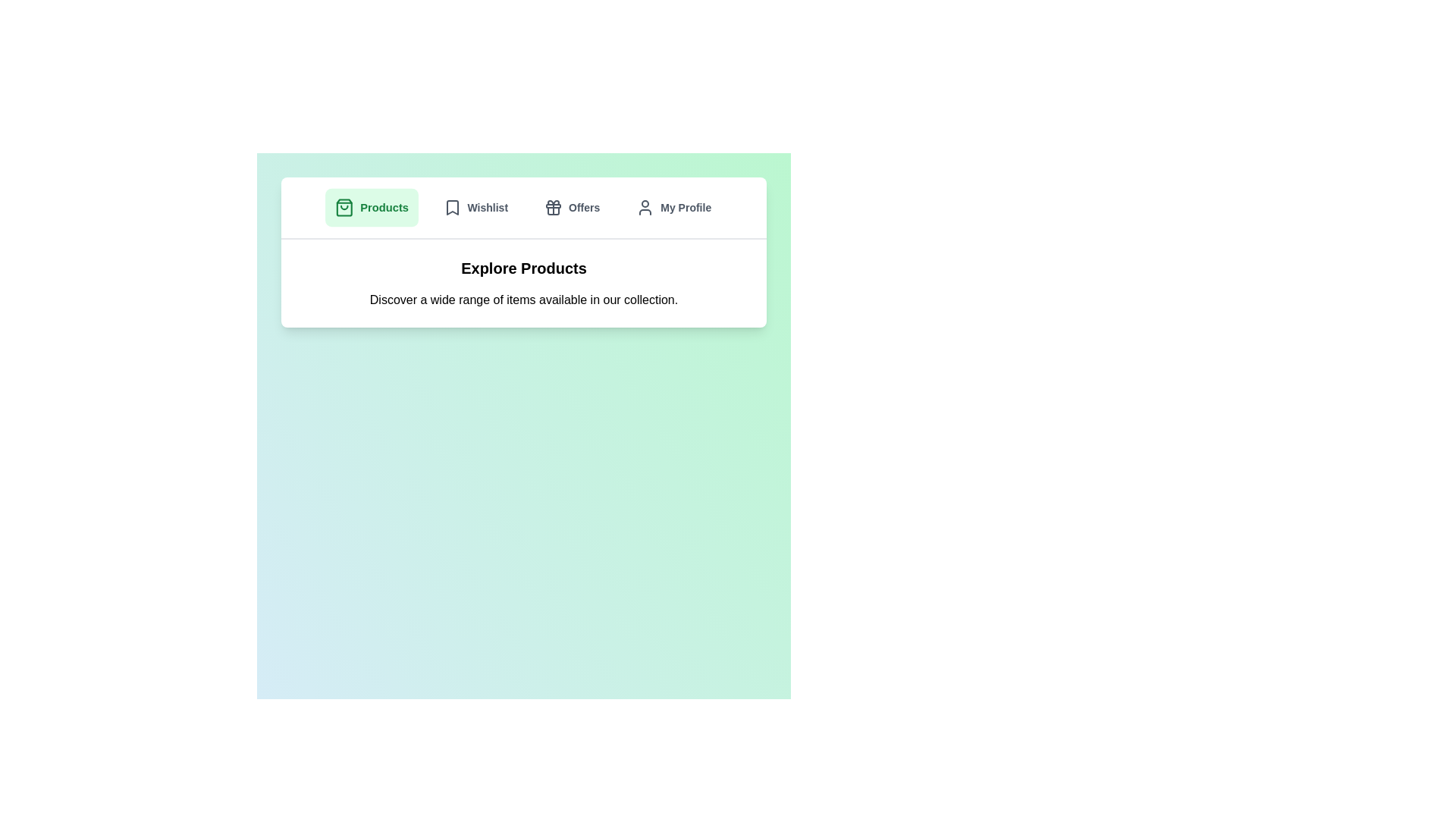 The image size is (1456, 819). Describe the element at coordinates (673, 207) in the screenshot. I see `the 'My Profile' button, which is a rectangular button with rounded edges and an icon resembling a user profile` at that location.